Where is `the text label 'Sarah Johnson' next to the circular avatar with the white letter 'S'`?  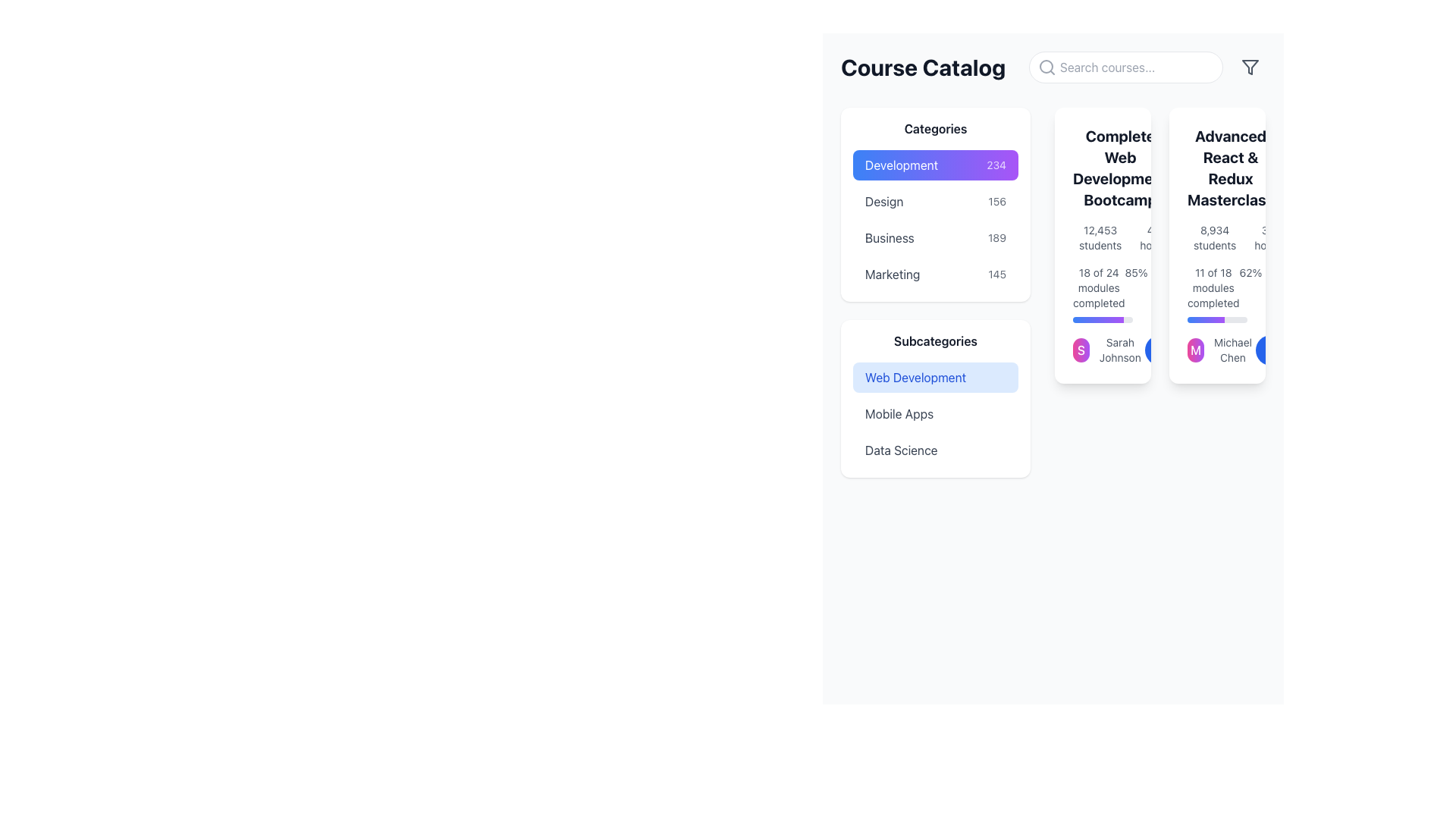 the text label 'Sarah Johnson' next to the circular avatar with the white letter 'S' is located at coordinates (1109, 350).